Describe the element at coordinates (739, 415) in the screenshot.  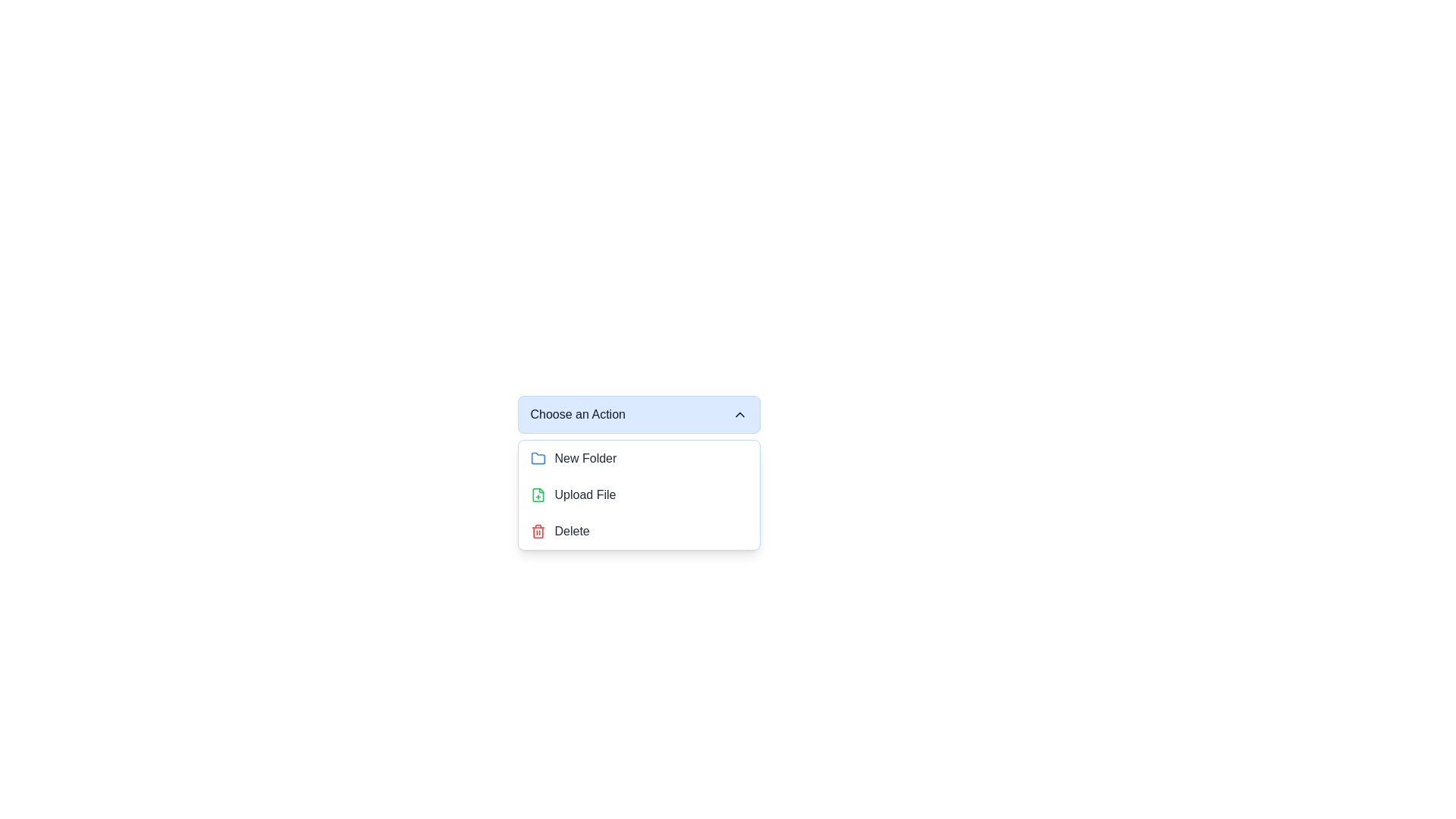
I see `the Chevron-Up icon located on the right side of the 'Choose an Action' bar` at that location.